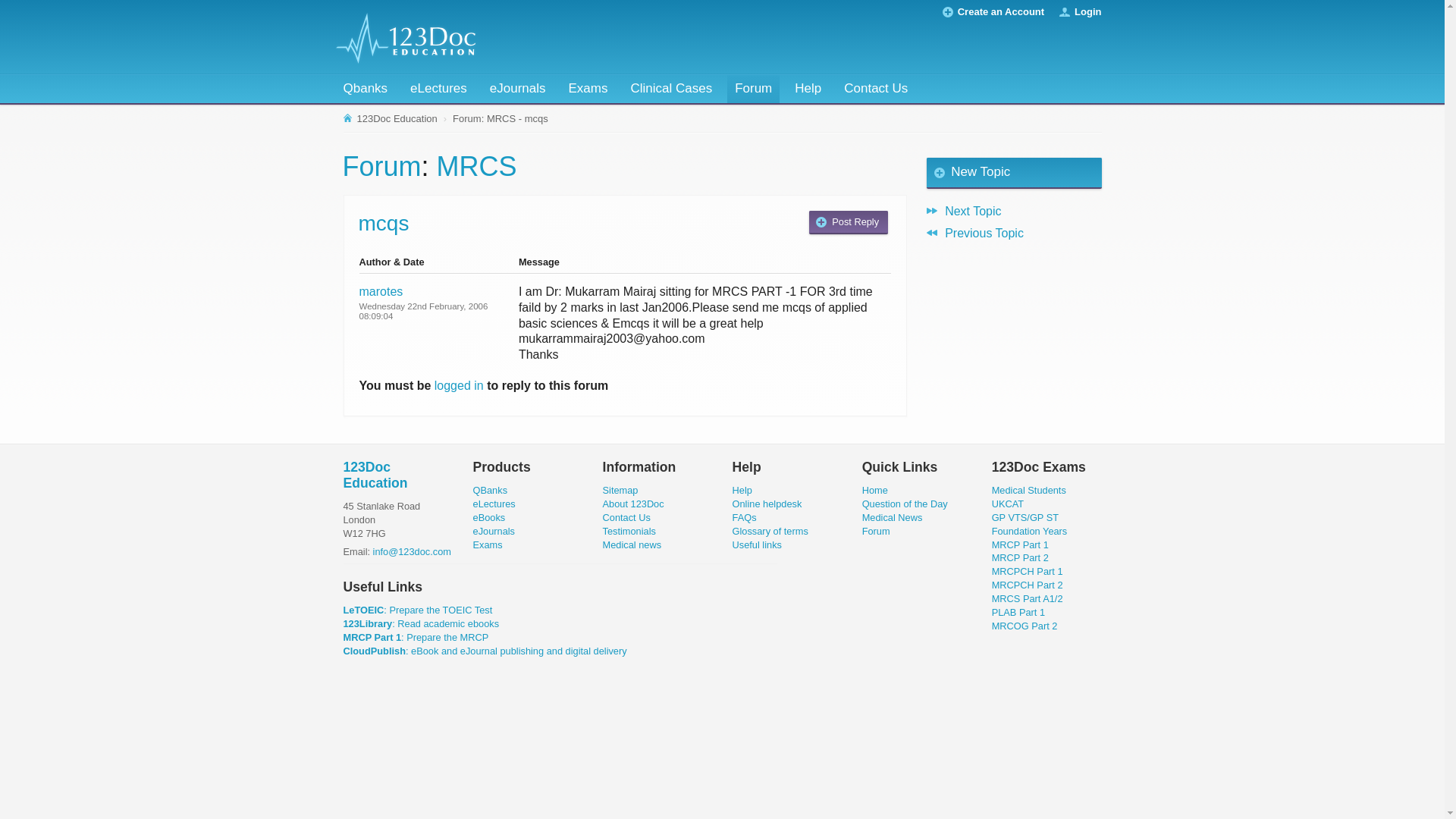 The width and height of the screenshot is (1456, 819). What do you see at coordinates (341, 637) in the screenshot?
I see `'MRCP Part 1: Prepare the MRCP'` at bounding box center [341, 637].